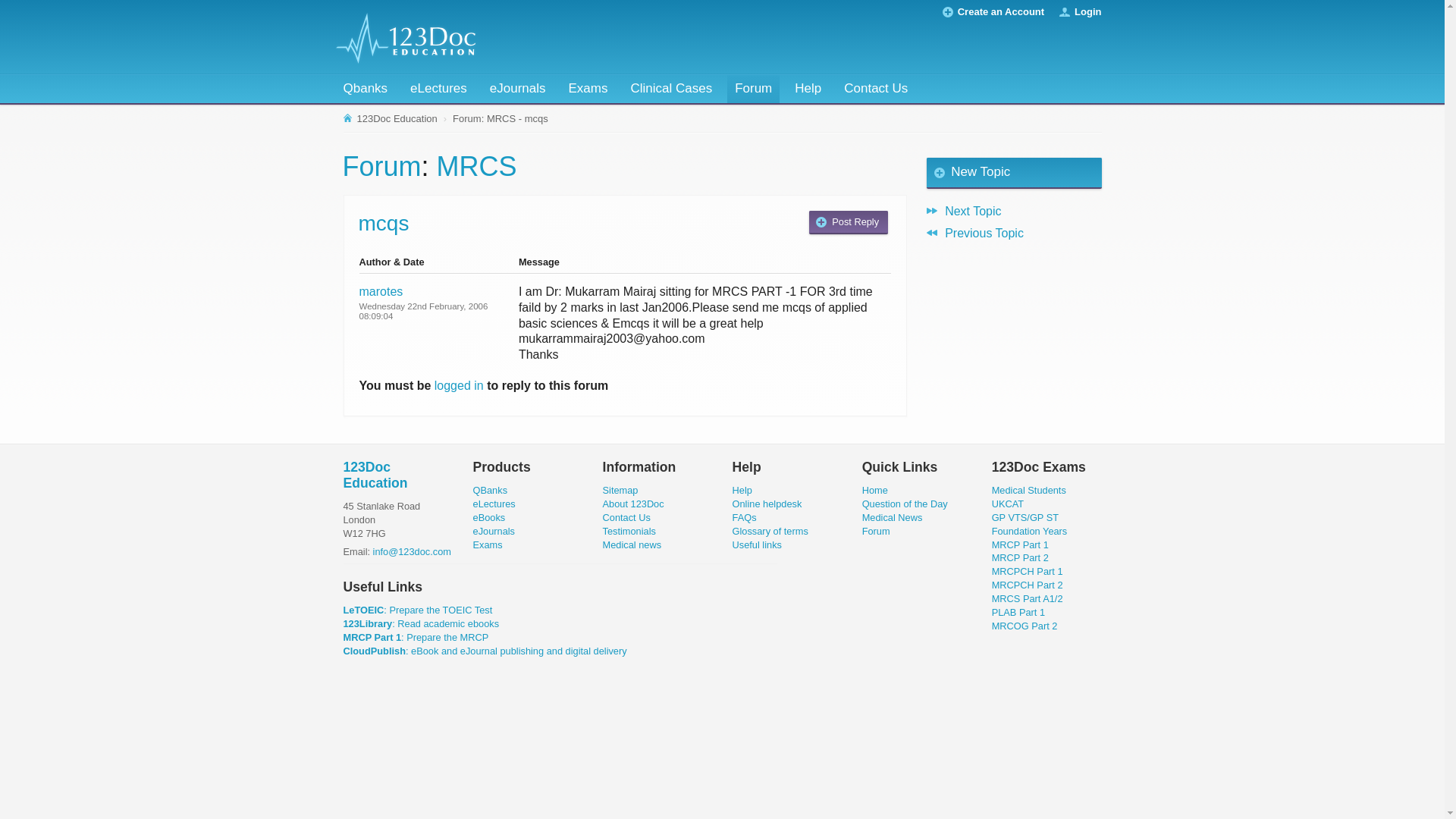 The width and height of the screenshot is (1456, 819). What do you see at coordinates (341, 637) in the screenshot?
I see `'MRCP Part 1: Prepare the MRCP'` at bounding box center [341, 637].